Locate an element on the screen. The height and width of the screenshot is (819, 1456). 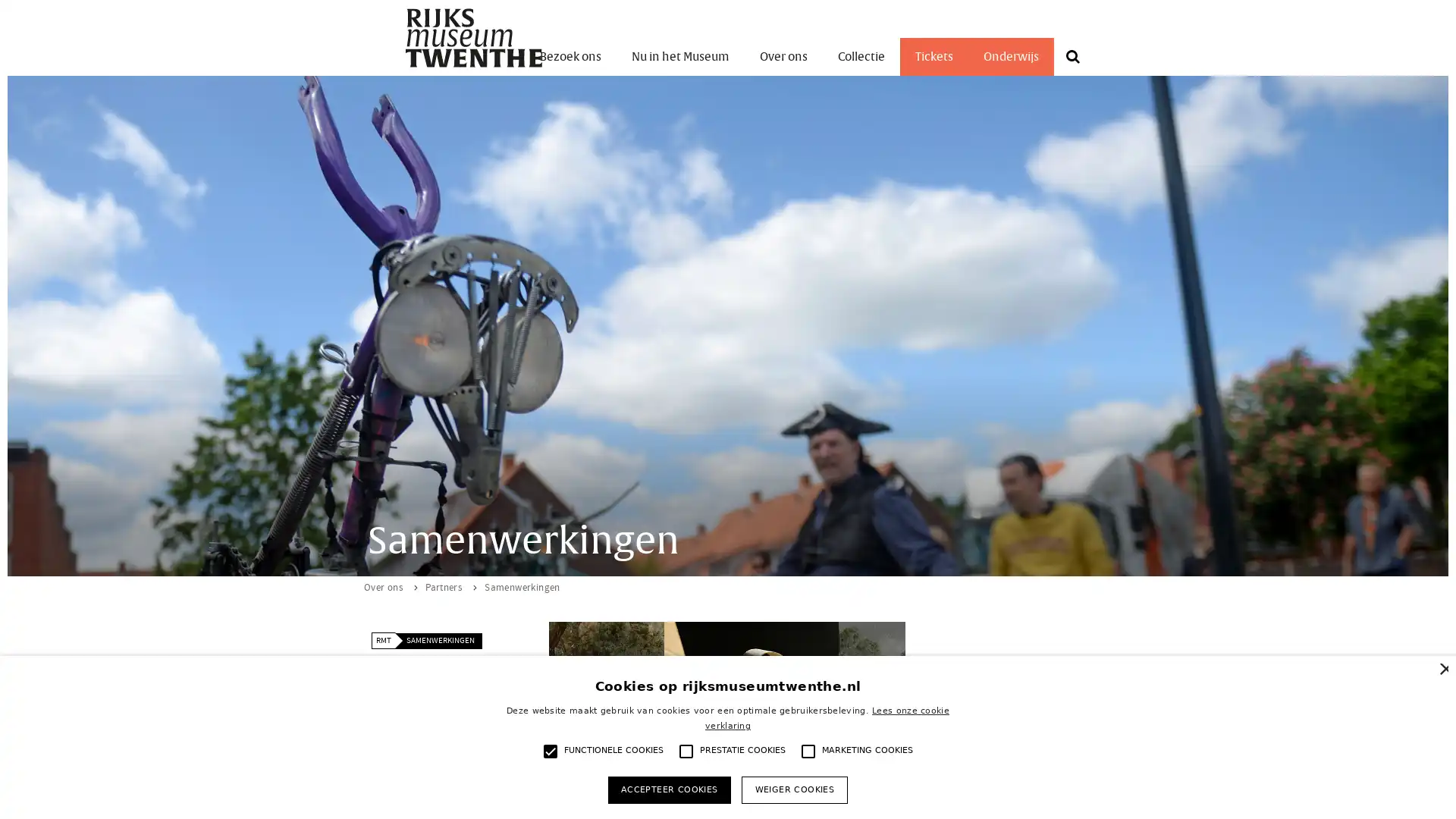
WEIGER COOKIES is located at coordinates (793, 789).